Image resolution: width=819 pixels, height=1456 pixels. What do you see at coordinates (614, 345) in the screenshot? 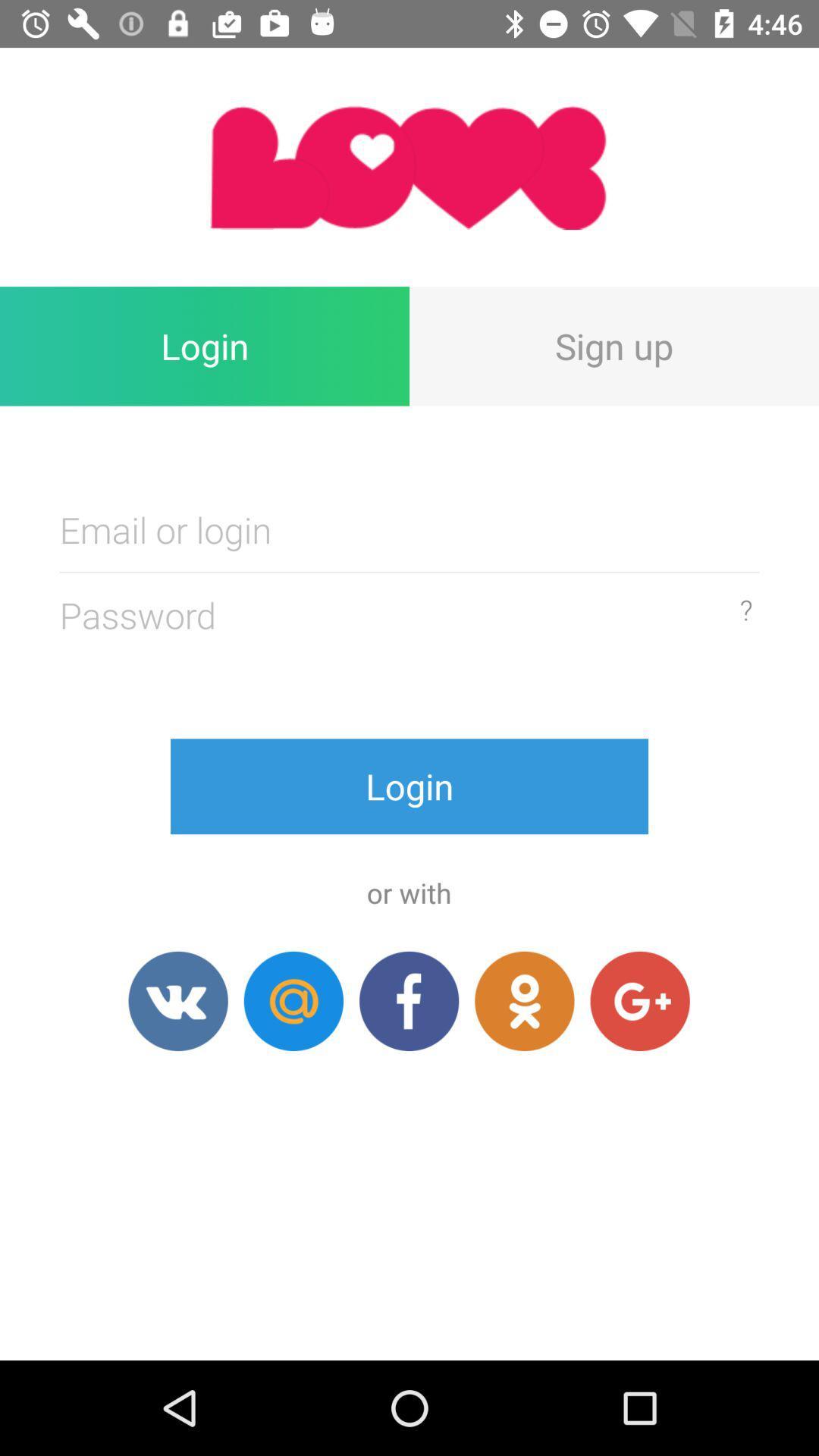
I see `the sign up icon` at bounding box center [614, 345].